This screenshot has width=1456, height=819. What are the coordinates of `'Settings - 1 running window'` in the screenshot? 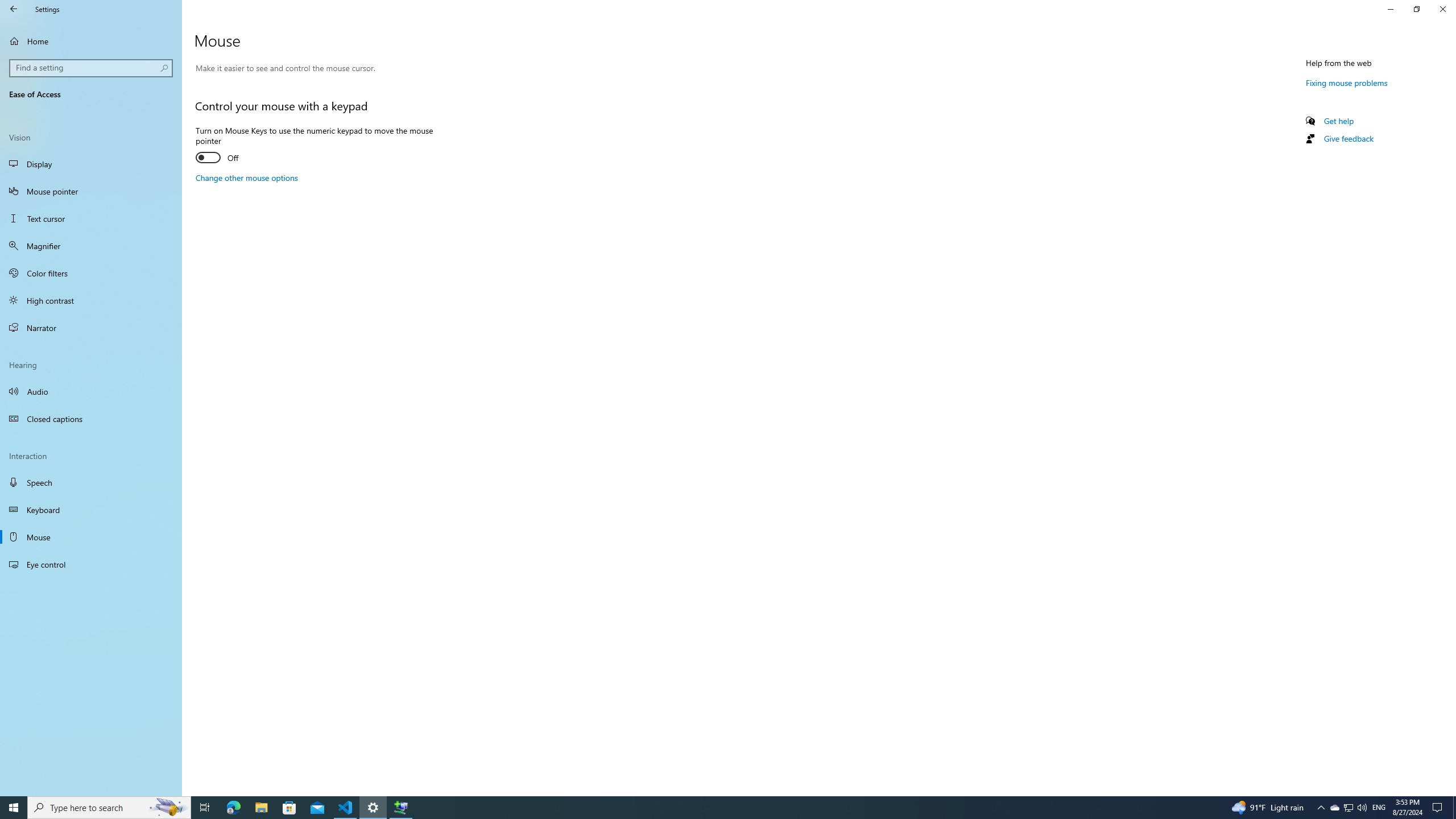 It's located at (373, 806).